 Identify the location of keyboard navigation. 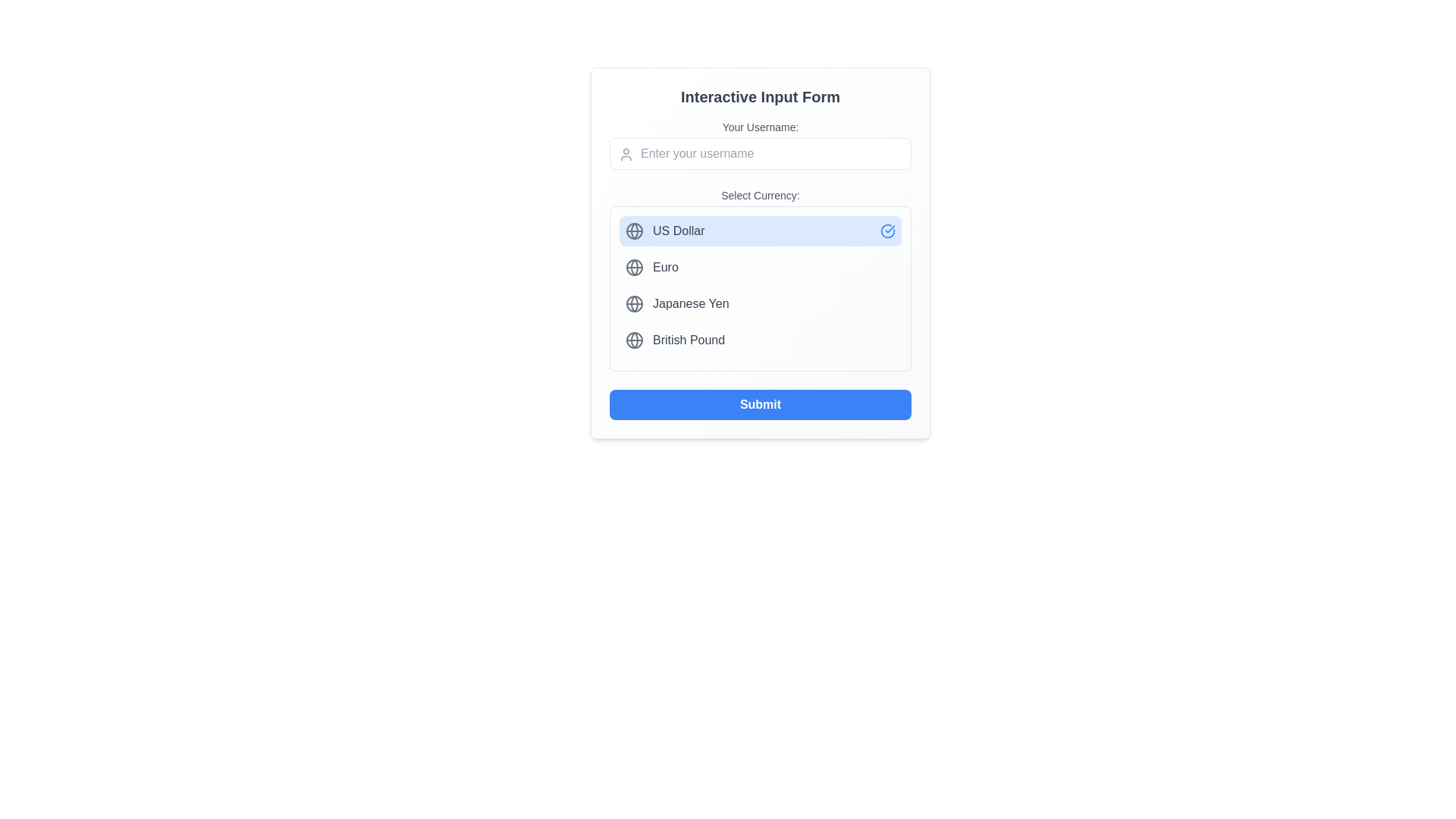
(761, 145).